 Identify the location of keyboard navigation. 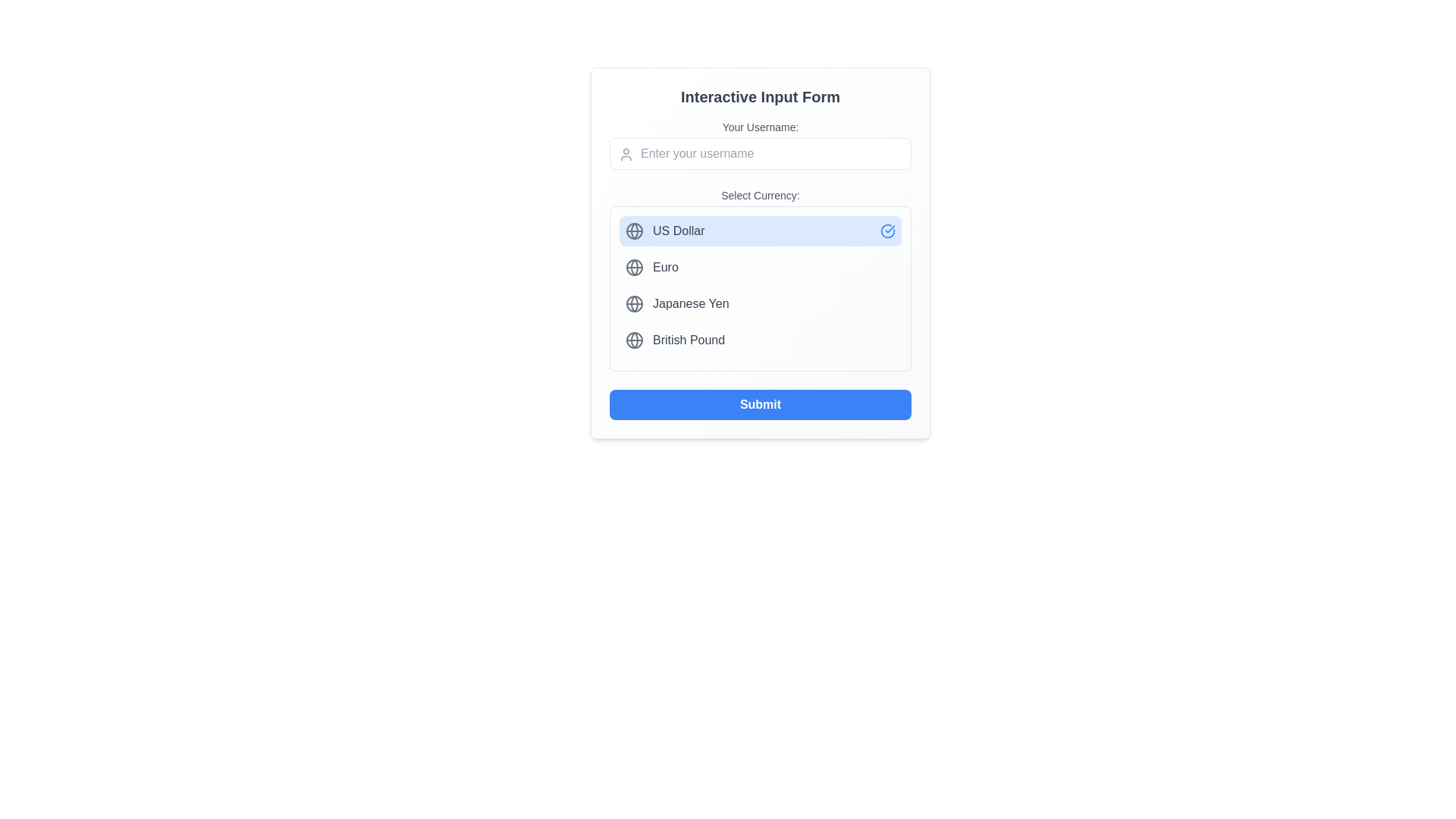
(761, 145).